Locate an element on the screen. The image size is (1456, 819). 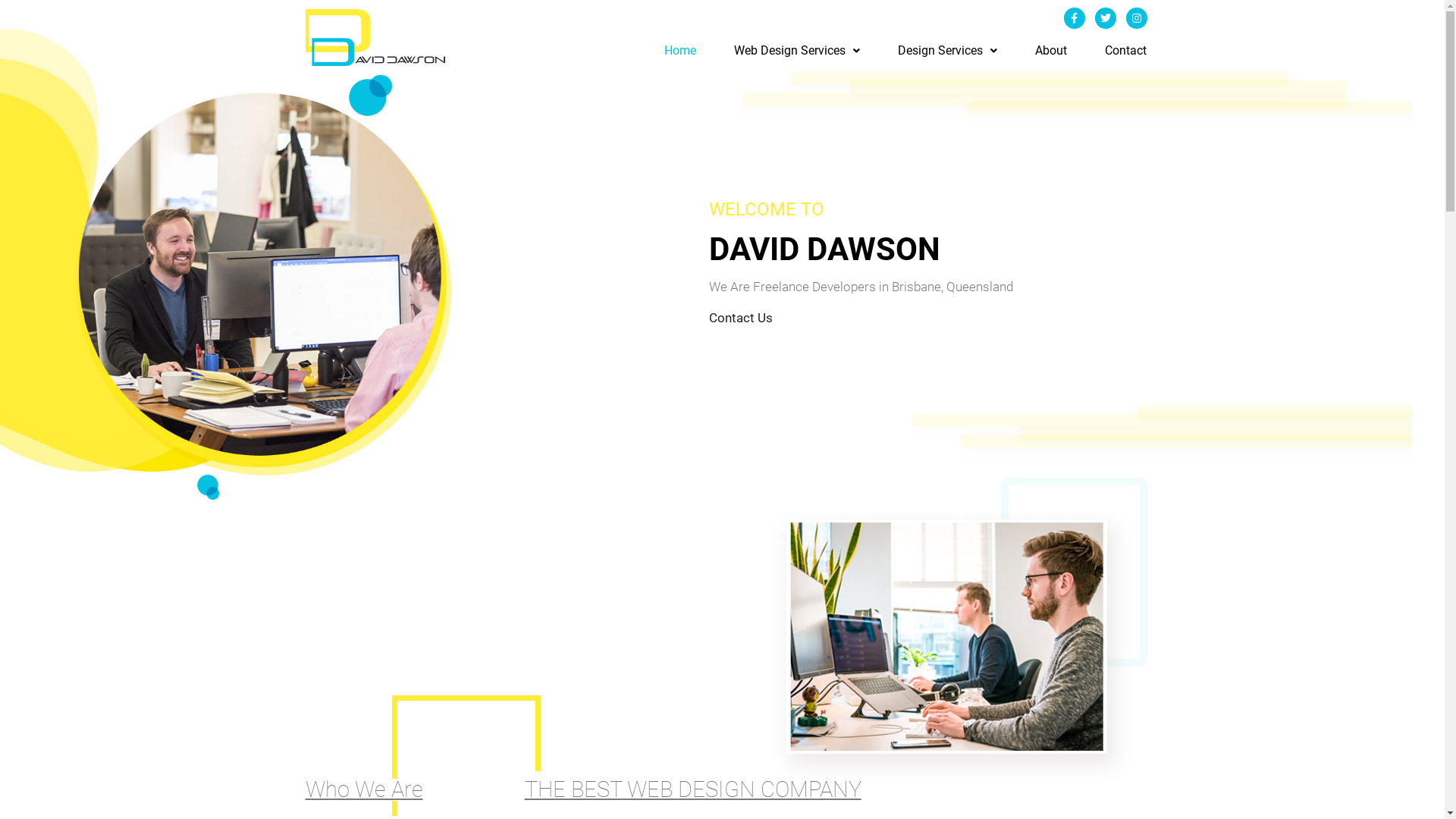
'About' is located at coordinates (1050, 49).